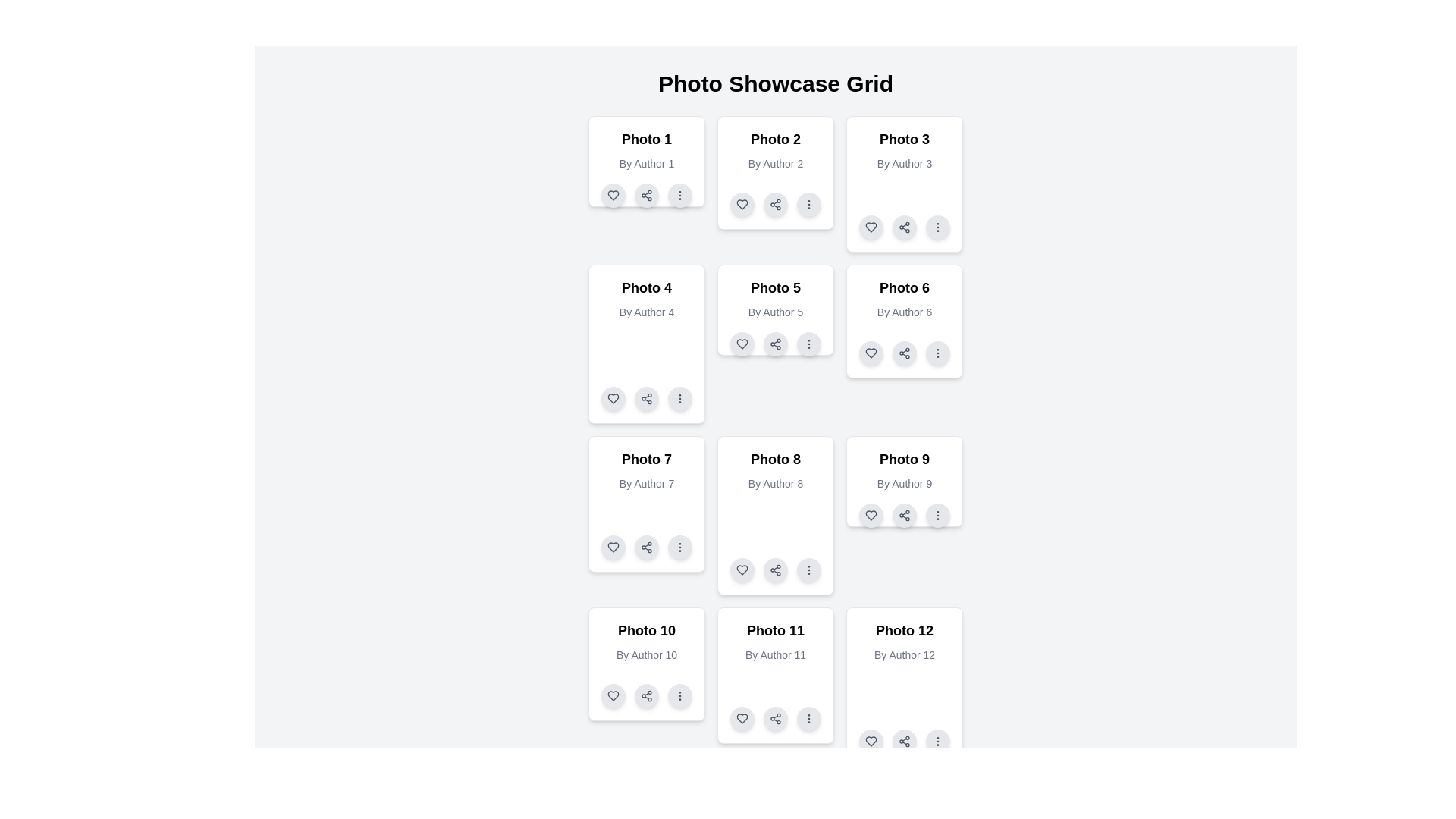 The width and height of the screenshot is (1456, 819). Describe the element at coordinates (647, 397) in the screenshot. I see `the center of the 'share' icon located within the circular button at the bottom-center of the 'Photo 4' card` at that location.